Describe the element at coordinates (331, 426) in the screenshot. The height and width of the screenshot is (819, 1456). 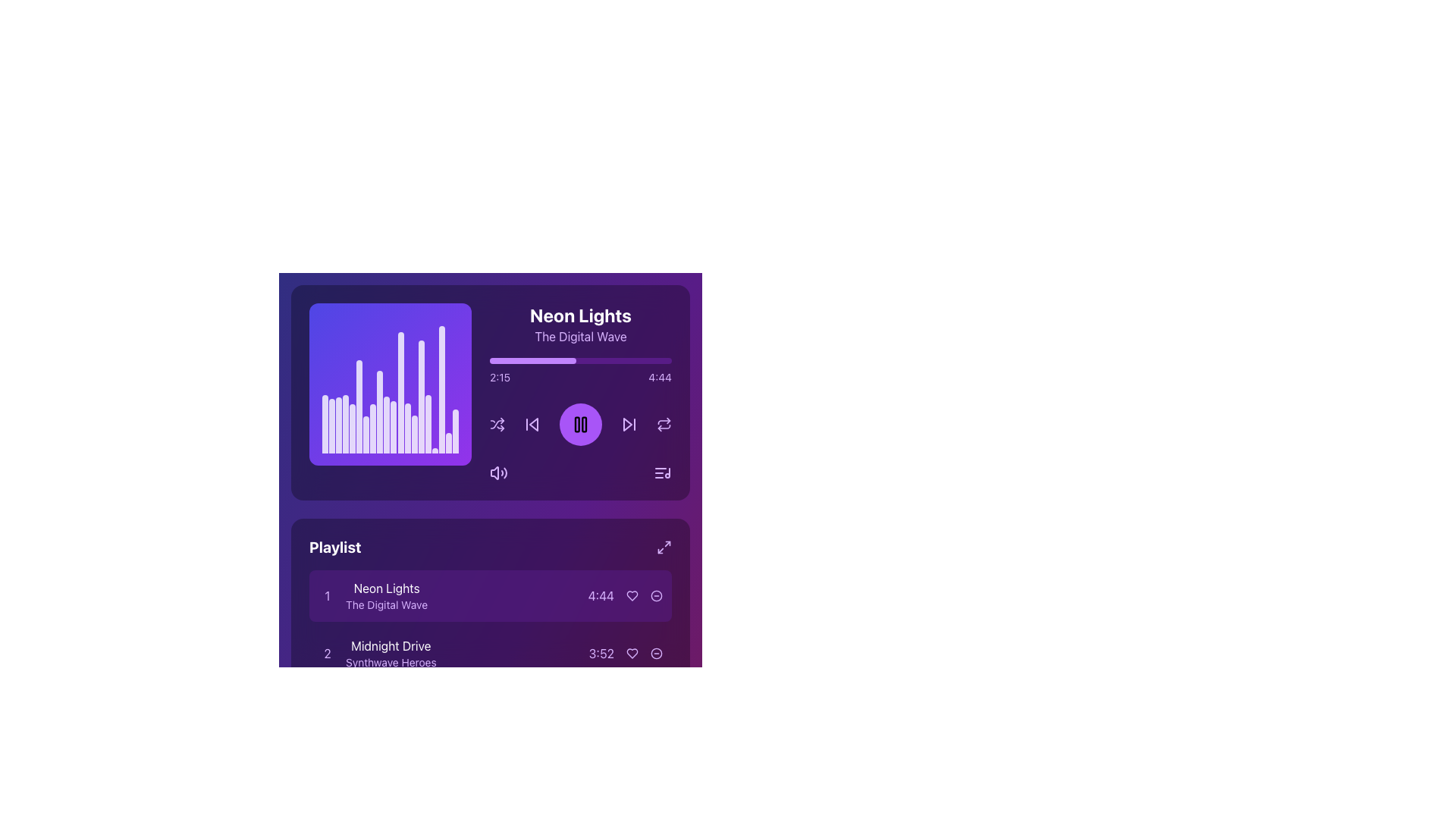
I see `the second vertical bar of the visualizer component located in the top-left section of the interface, which visually represents data such as audio levels or frequency amplitudes` at that location.